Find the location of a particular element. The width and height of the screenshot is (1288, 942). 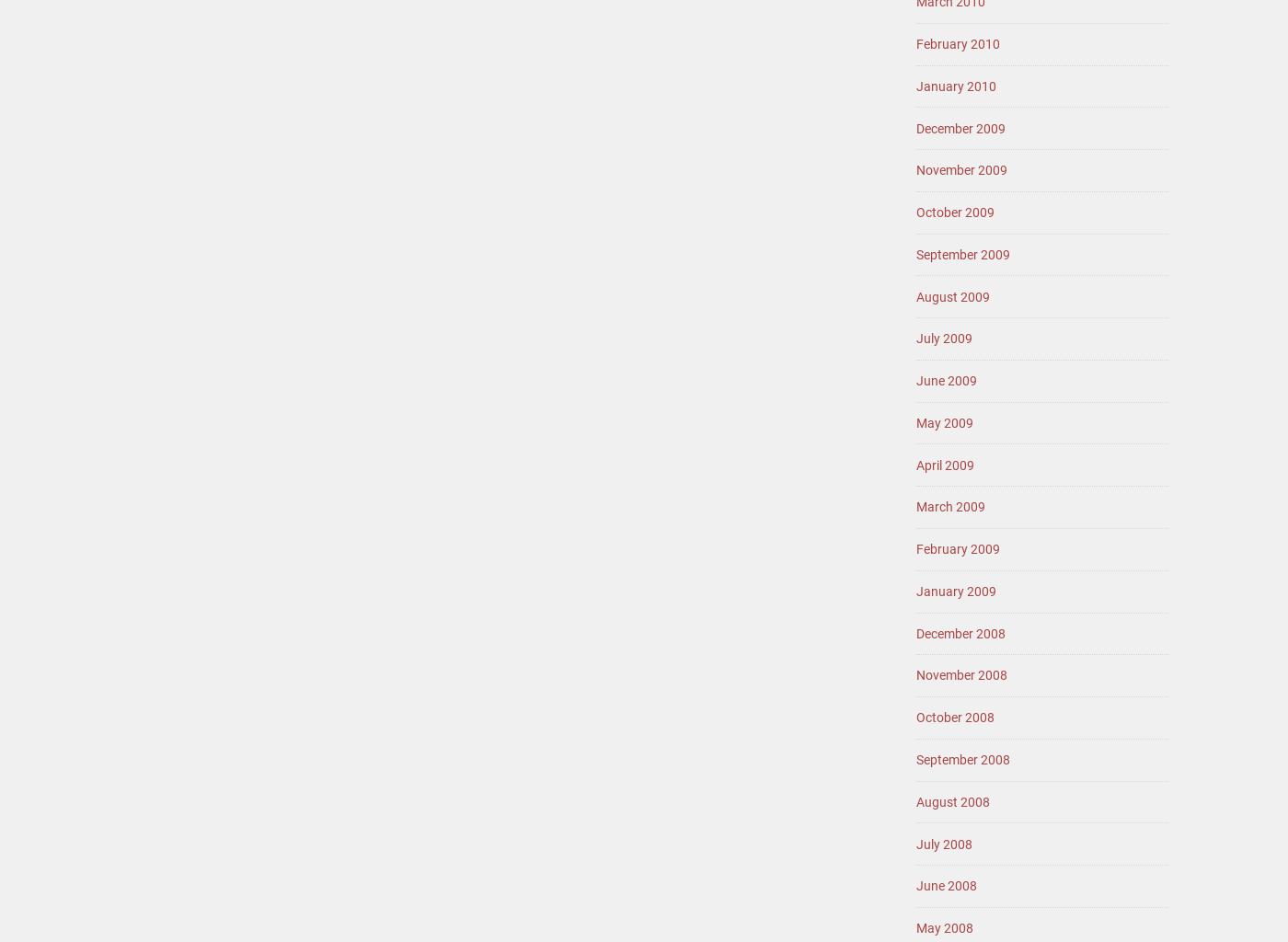

'September 2009' is located at coordinates (915, 253).